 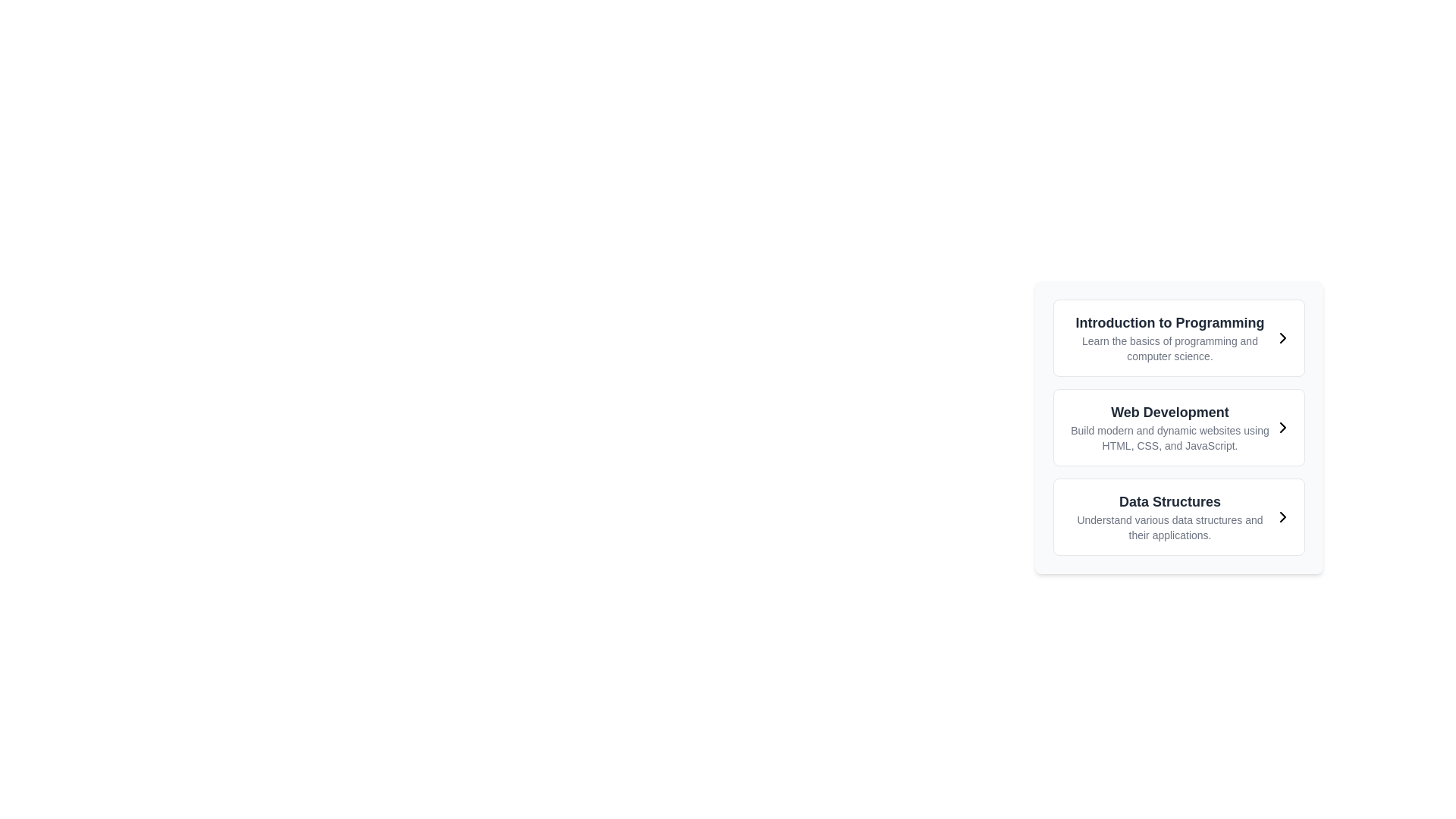 What do you see at coordinates (1178, 427) in the screenshot?
I see `the second clickable card element in the vertically stacked list of web development topics` at bounding box center [1178, 427].